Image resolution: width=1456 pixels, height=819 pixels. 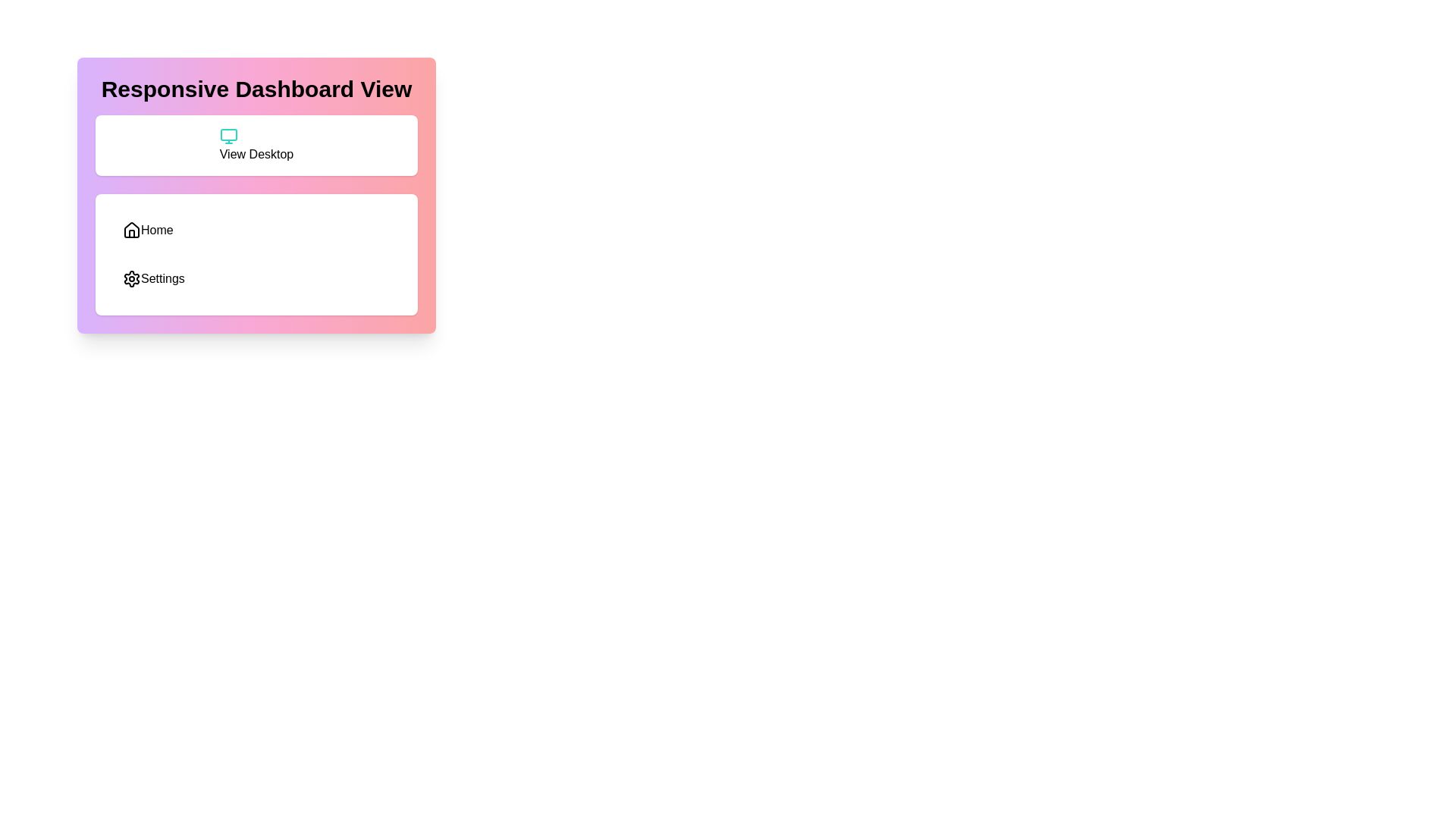 I want to click on the 'View Desktop' text label located below the monitor icon and above the 'Home' and 'Settings' buttons, so click(x=256, y=155).